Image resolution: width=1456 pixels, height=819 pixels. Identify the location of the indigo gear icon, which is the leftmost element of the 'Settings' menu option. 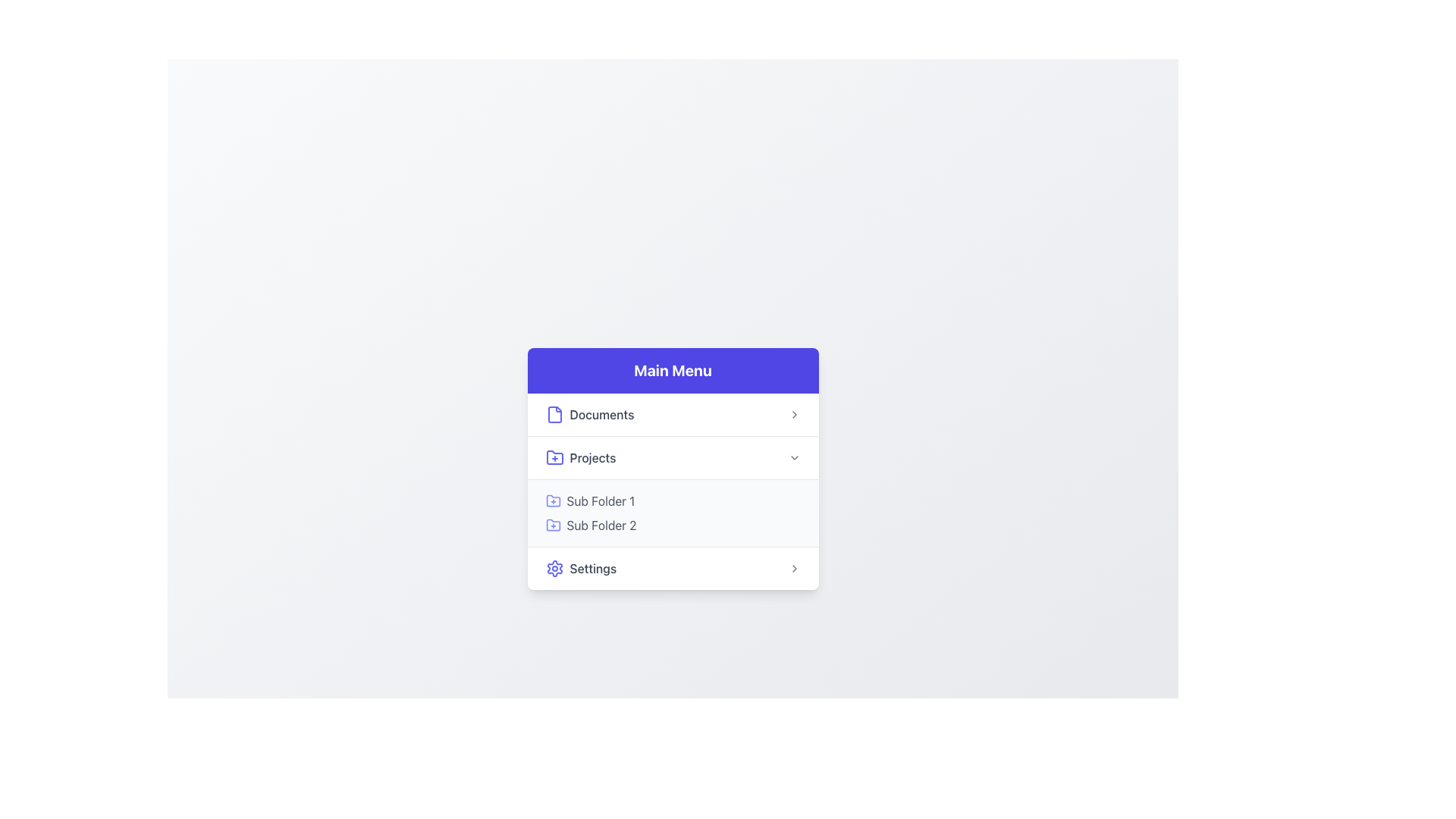
(554, 568).